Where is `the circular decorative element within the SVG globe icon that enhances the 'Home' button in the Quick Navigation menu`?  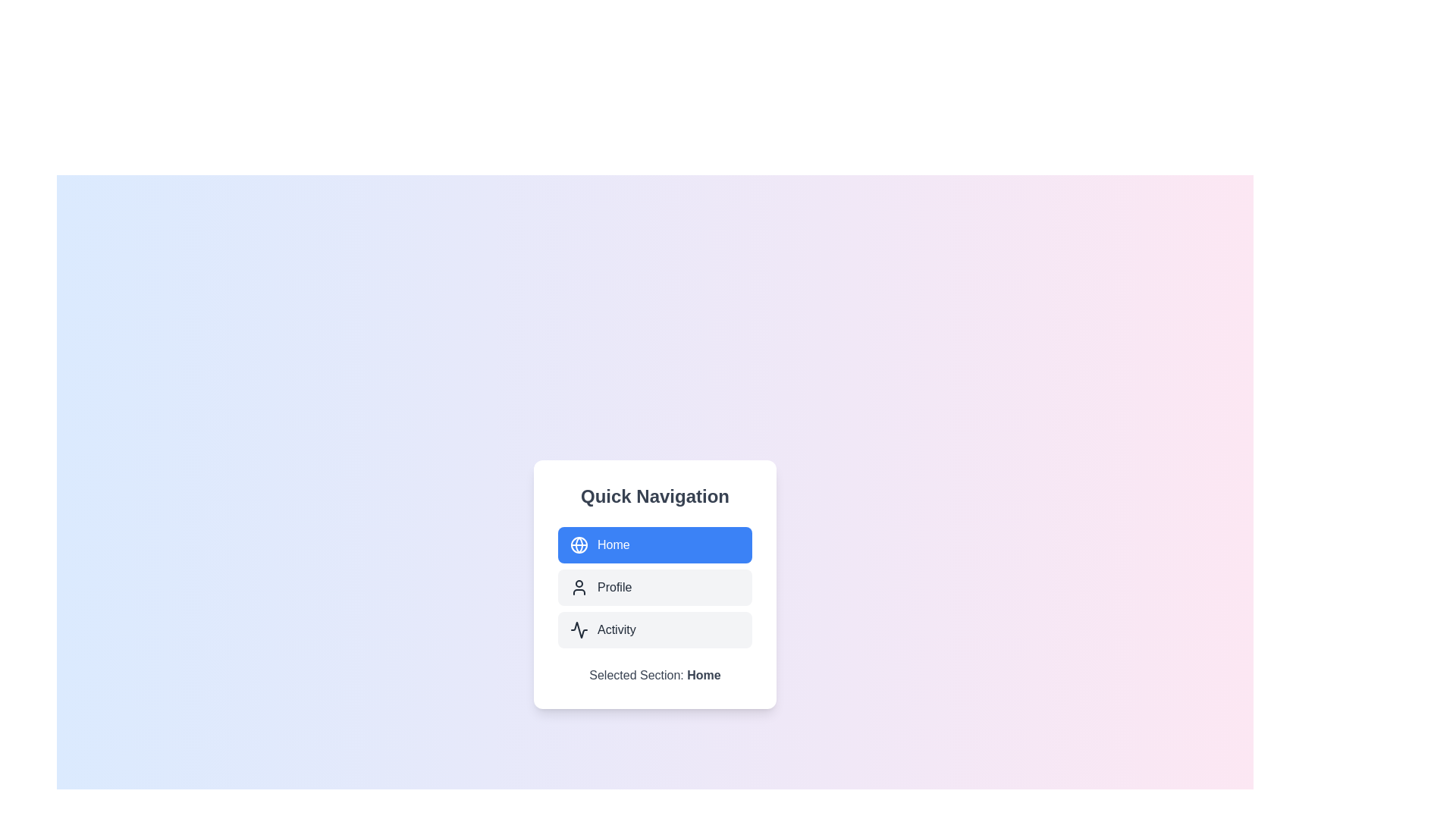
the circular decorative element within the SVG globe icon that enhances the 'Home' button in the Quick Navigation menu is located at coordinates (578, 544).